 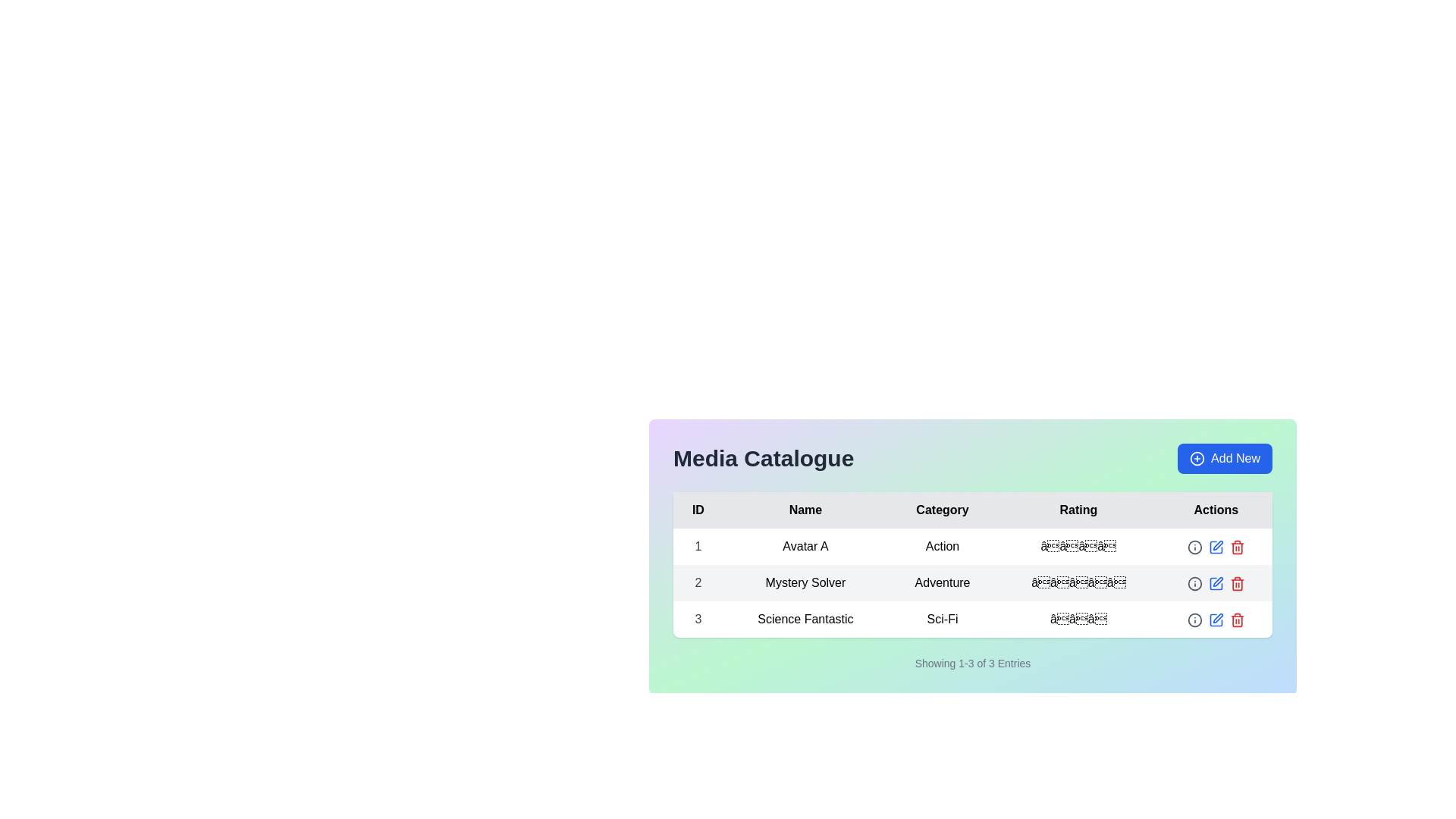 What do you see at coordinates (1194, 582) in the screenshot?
I see `the circular gray icon with a '!' symbol located in the 'Actions' column of the second row in the table` at bounding box center [1194, 582].